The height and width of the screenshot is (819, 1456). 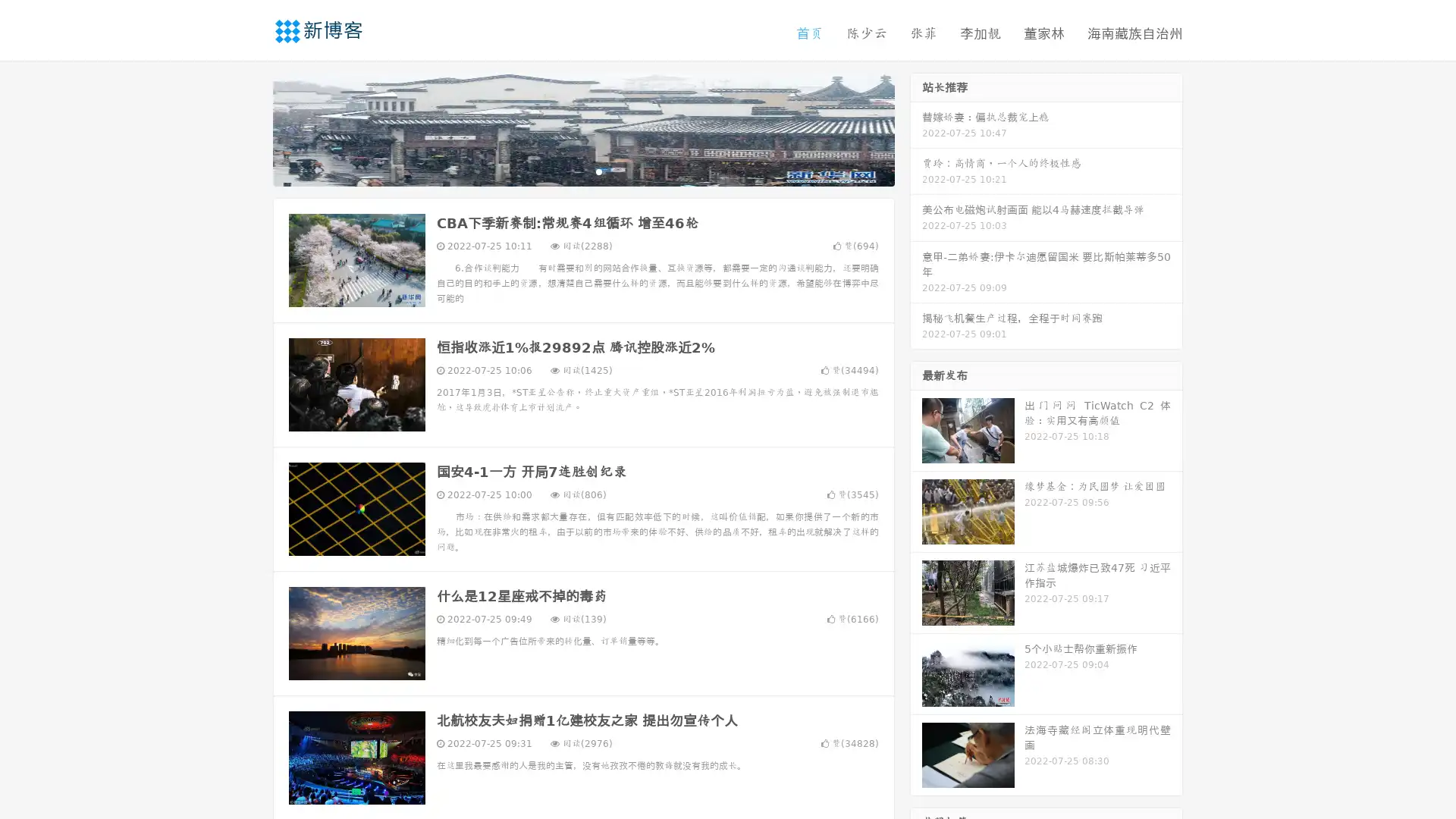 I want to click on Previous slide, so click(x=250, y=127).